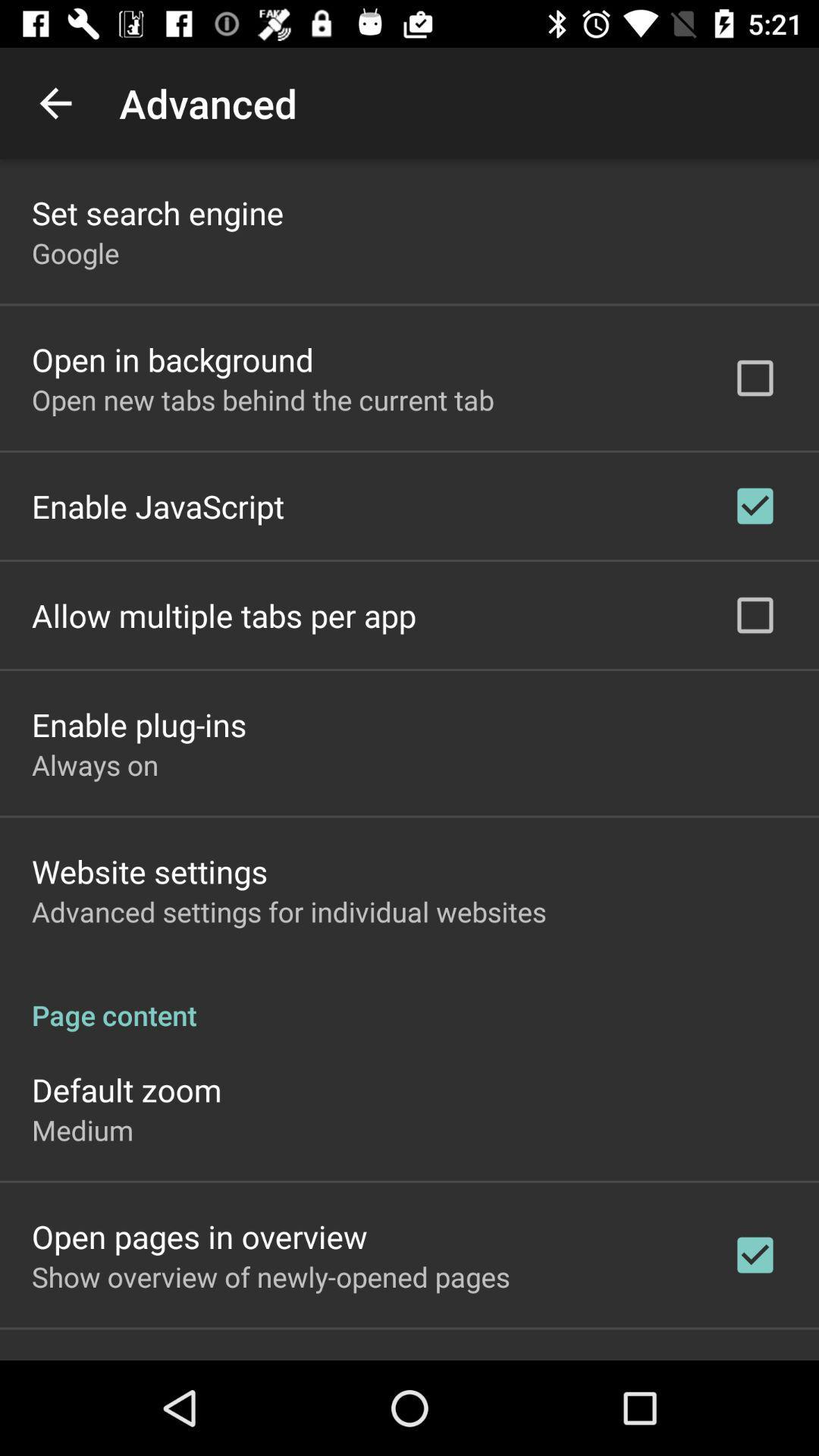 This screenshot has height=1456, width=819. What do you see at coordinates (149, 871) in the screenshot?
I see `item below always on icon` at bounding box center [149, 871].